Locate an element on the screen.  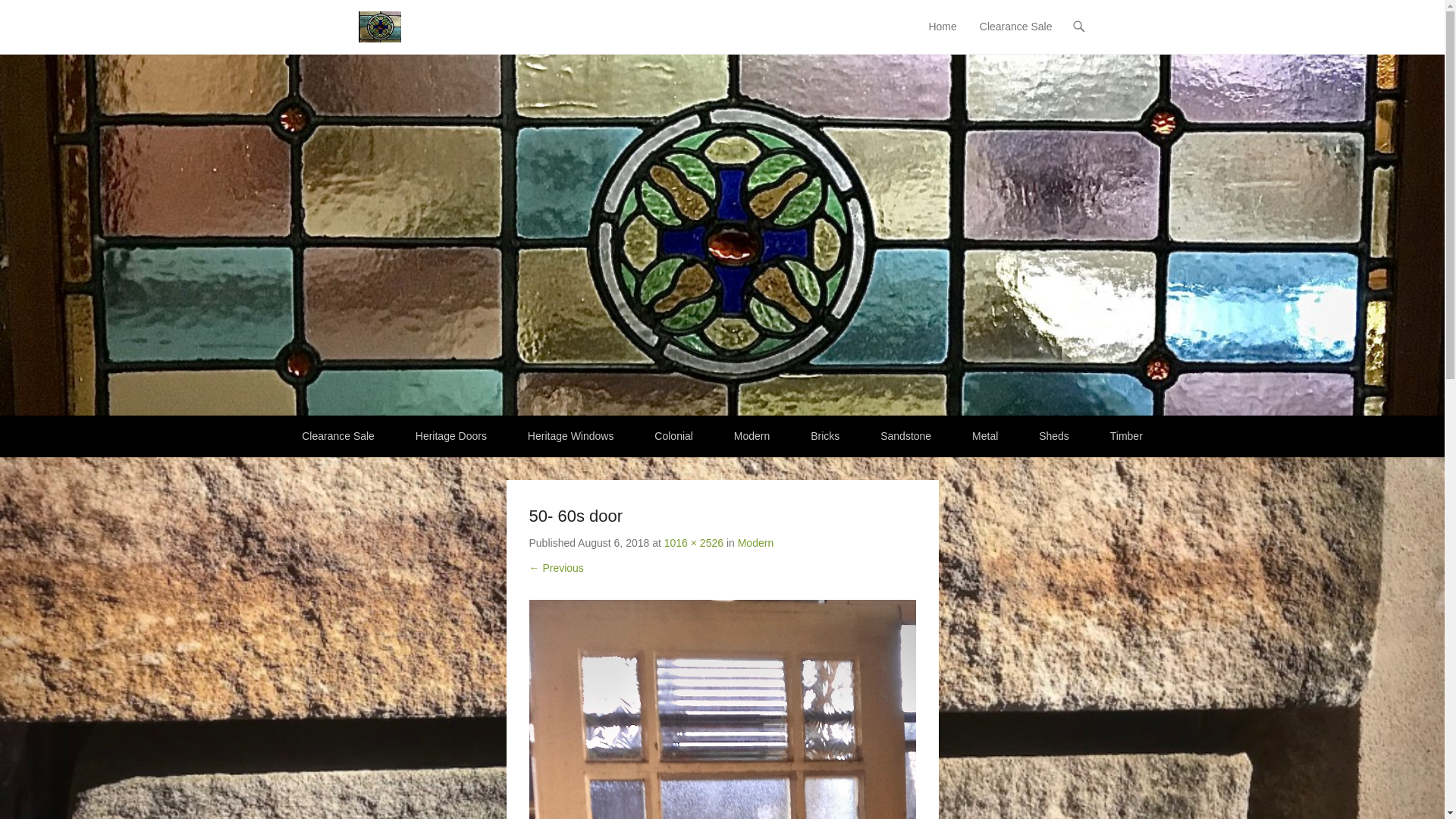
'Metal' is located at coordinates (985, 436).